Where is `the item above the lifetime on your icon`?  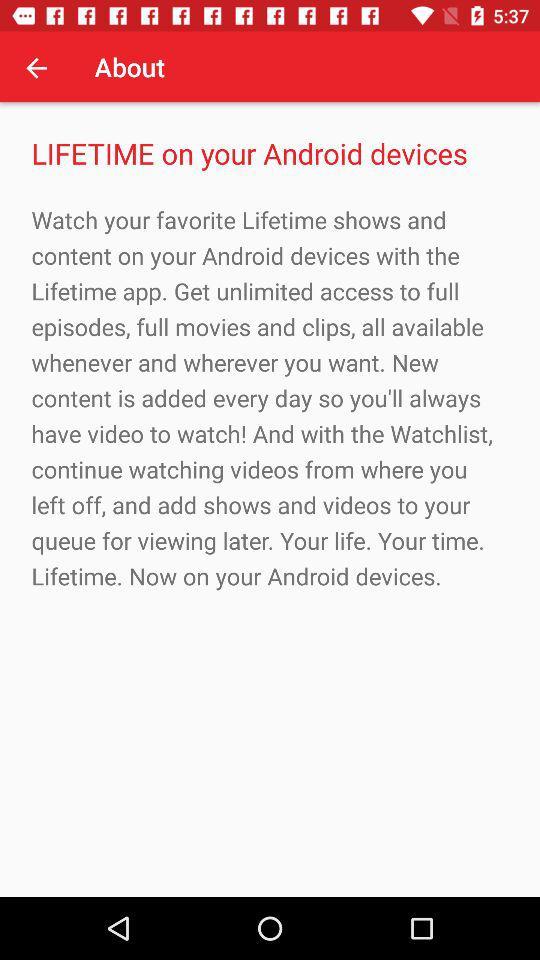
the item above the lifetime on your icon is located at coordinates (36, 67).